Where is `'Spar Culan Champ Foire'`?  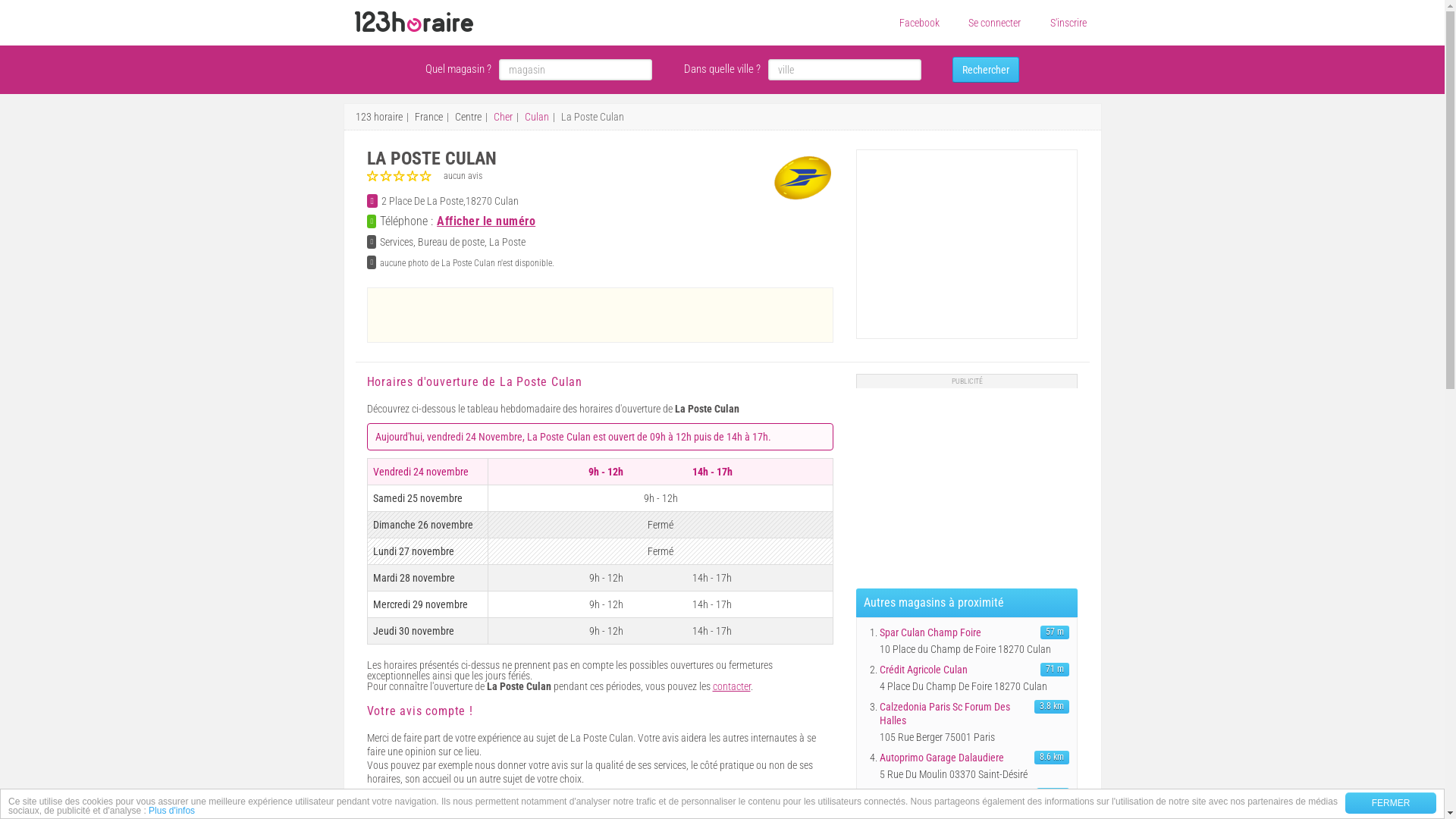 'Spar Culan Champ Foire' is located at coordinates (880, 632).